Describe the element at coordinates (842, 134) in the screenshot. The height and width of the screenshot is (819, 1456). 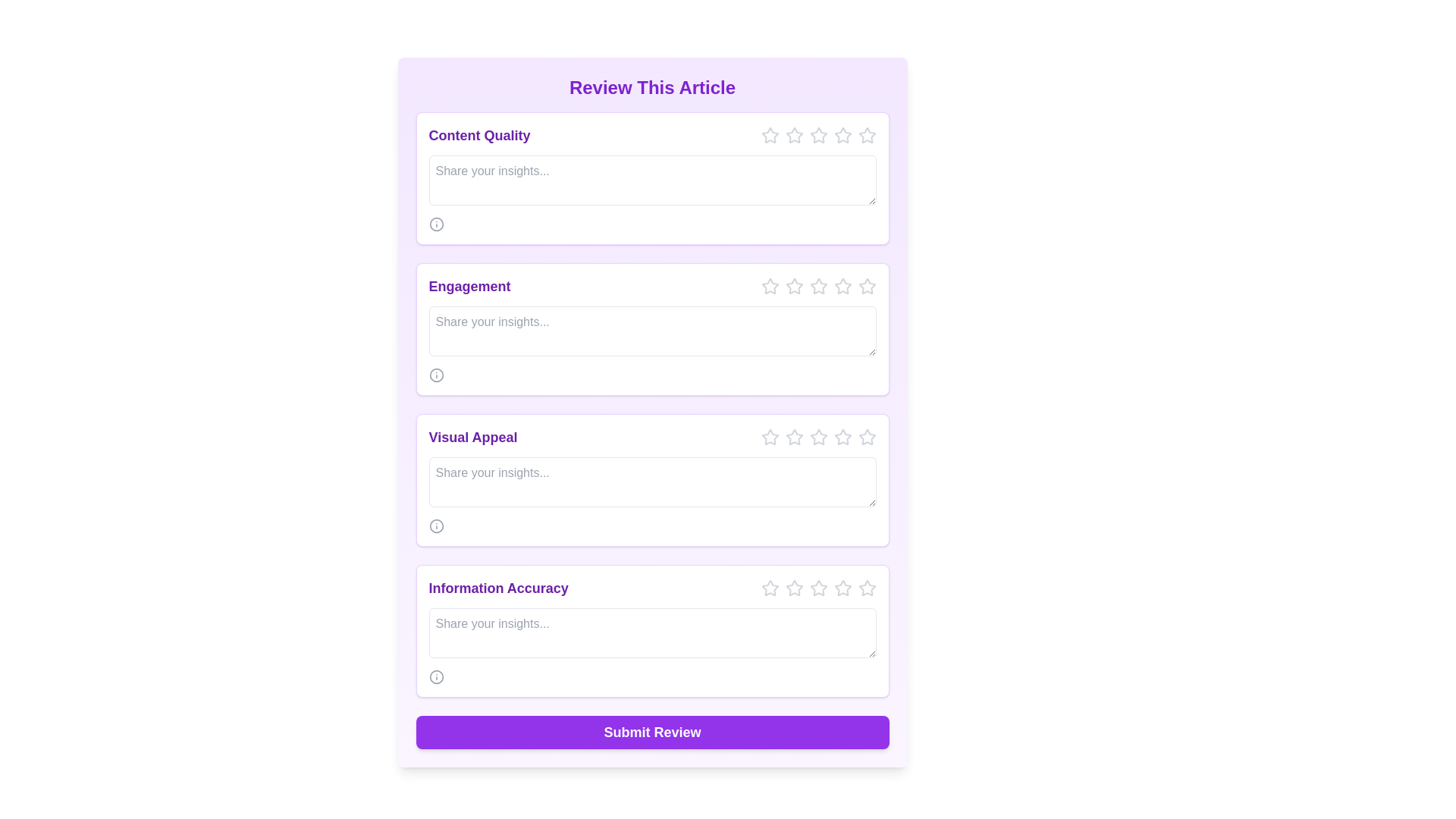
I see `the fifth star icon in the 'Content Quality' section` at that location.